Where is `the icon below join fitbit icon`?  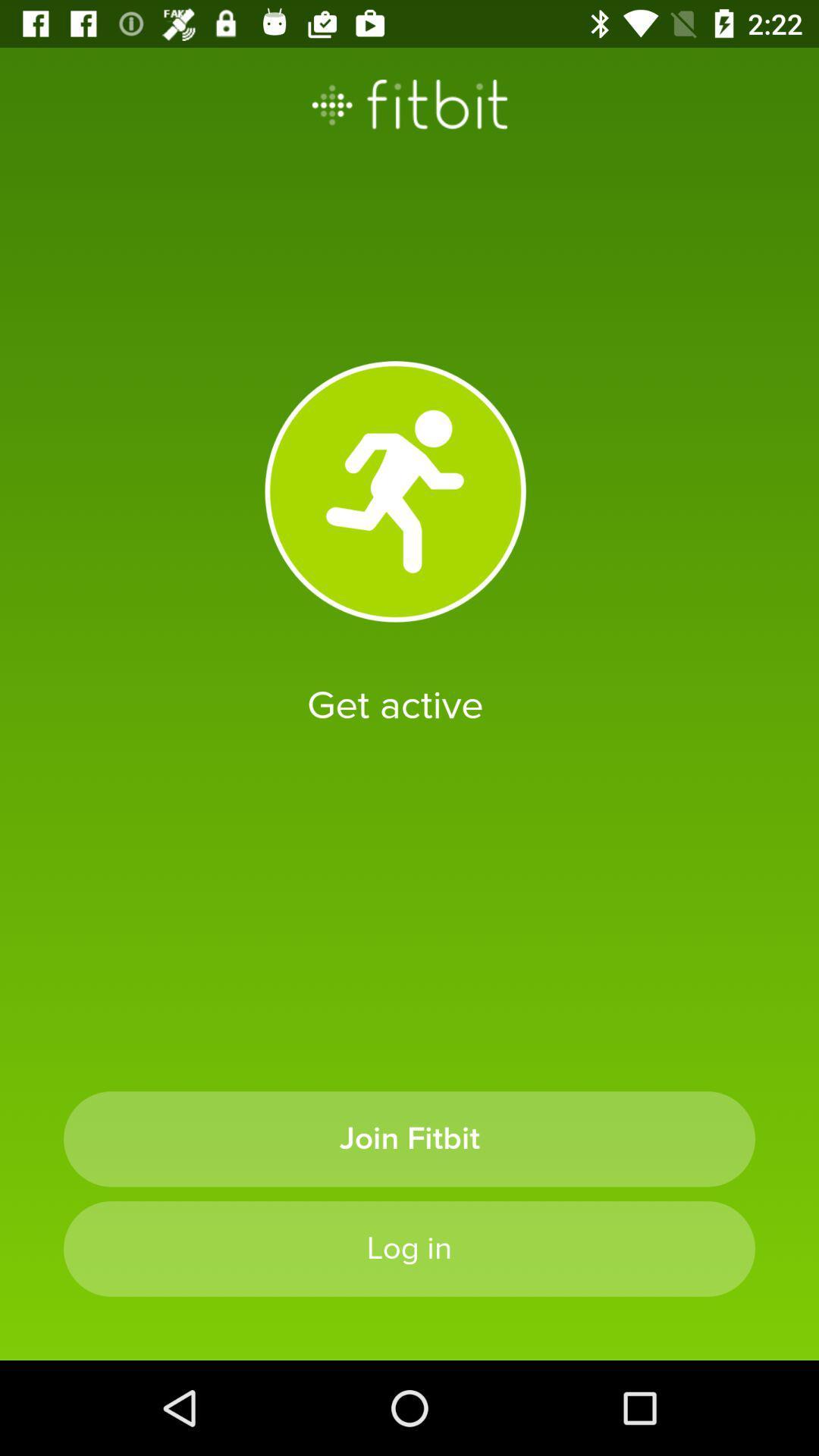
the icon below join fitbit icon is located at coordinates (409, 1248).